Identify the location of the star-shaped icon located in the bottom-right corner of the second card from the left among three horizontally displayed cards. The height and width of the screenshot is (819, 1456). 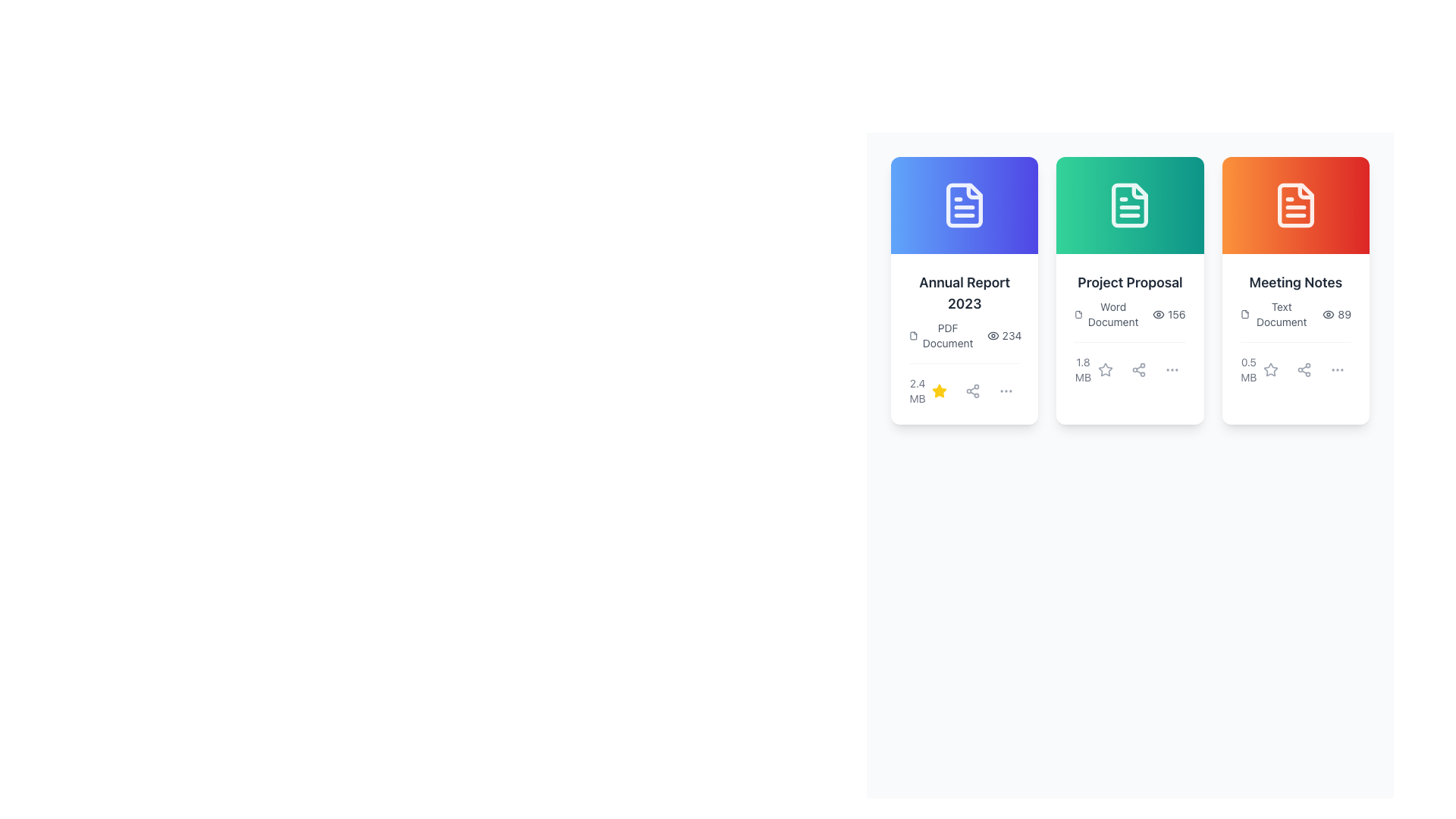
(1105, 369).